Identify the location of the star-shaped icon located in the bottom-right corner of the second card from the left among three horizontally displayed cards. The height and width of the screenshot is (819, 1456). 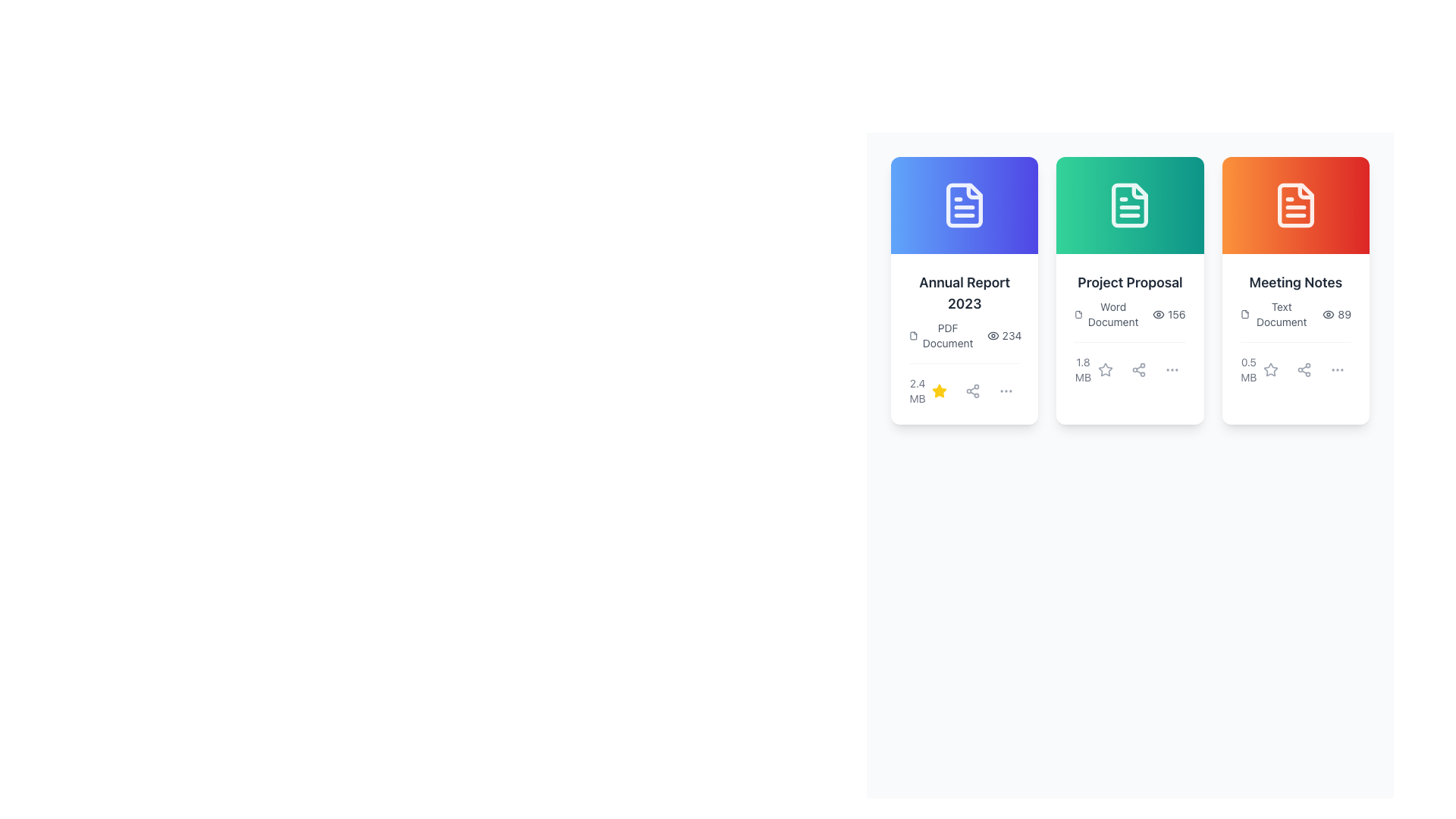
(1105, 369).